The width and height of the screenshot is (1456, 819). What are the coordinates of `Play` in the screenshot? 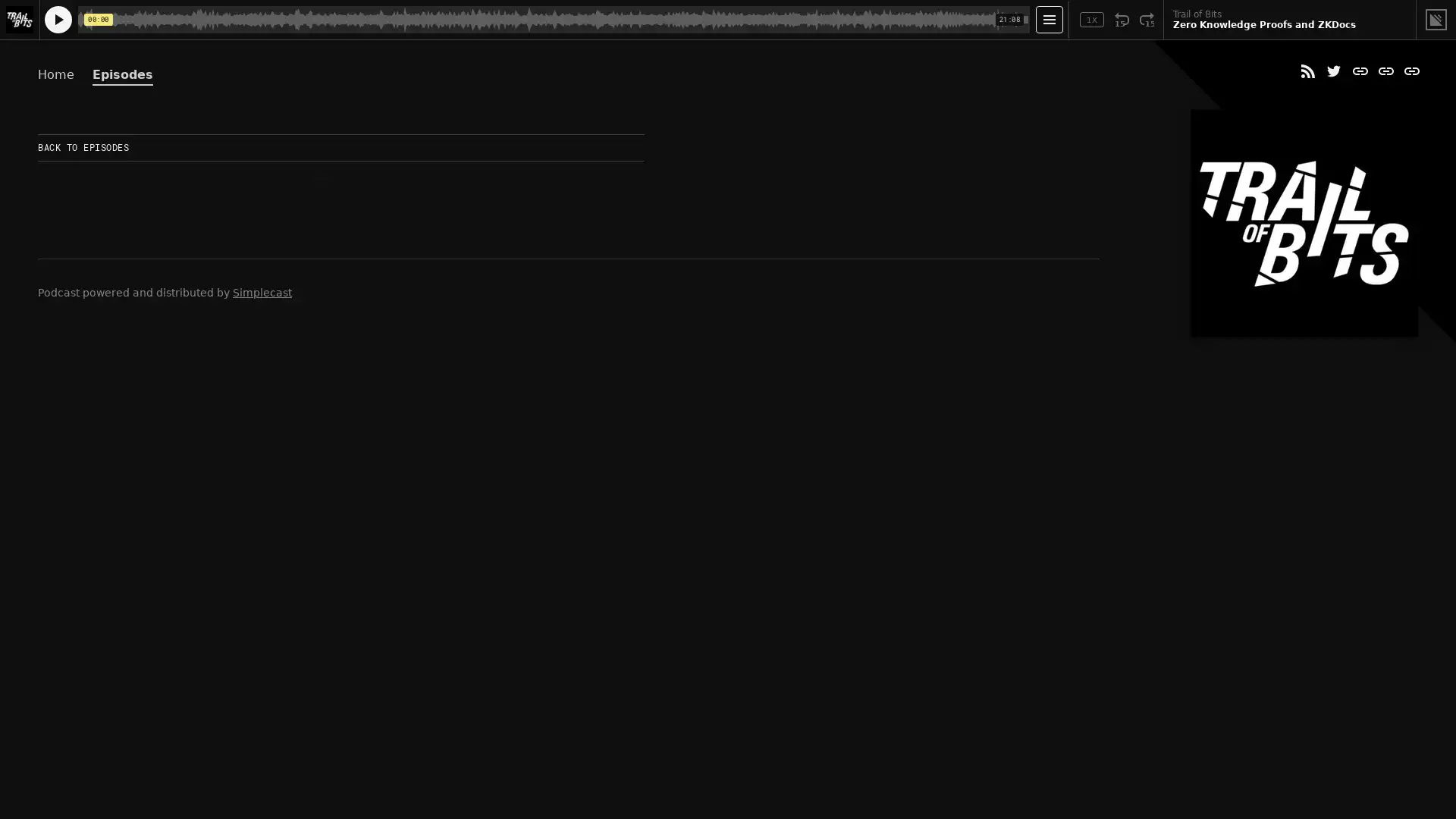 It's located at (58, 20).